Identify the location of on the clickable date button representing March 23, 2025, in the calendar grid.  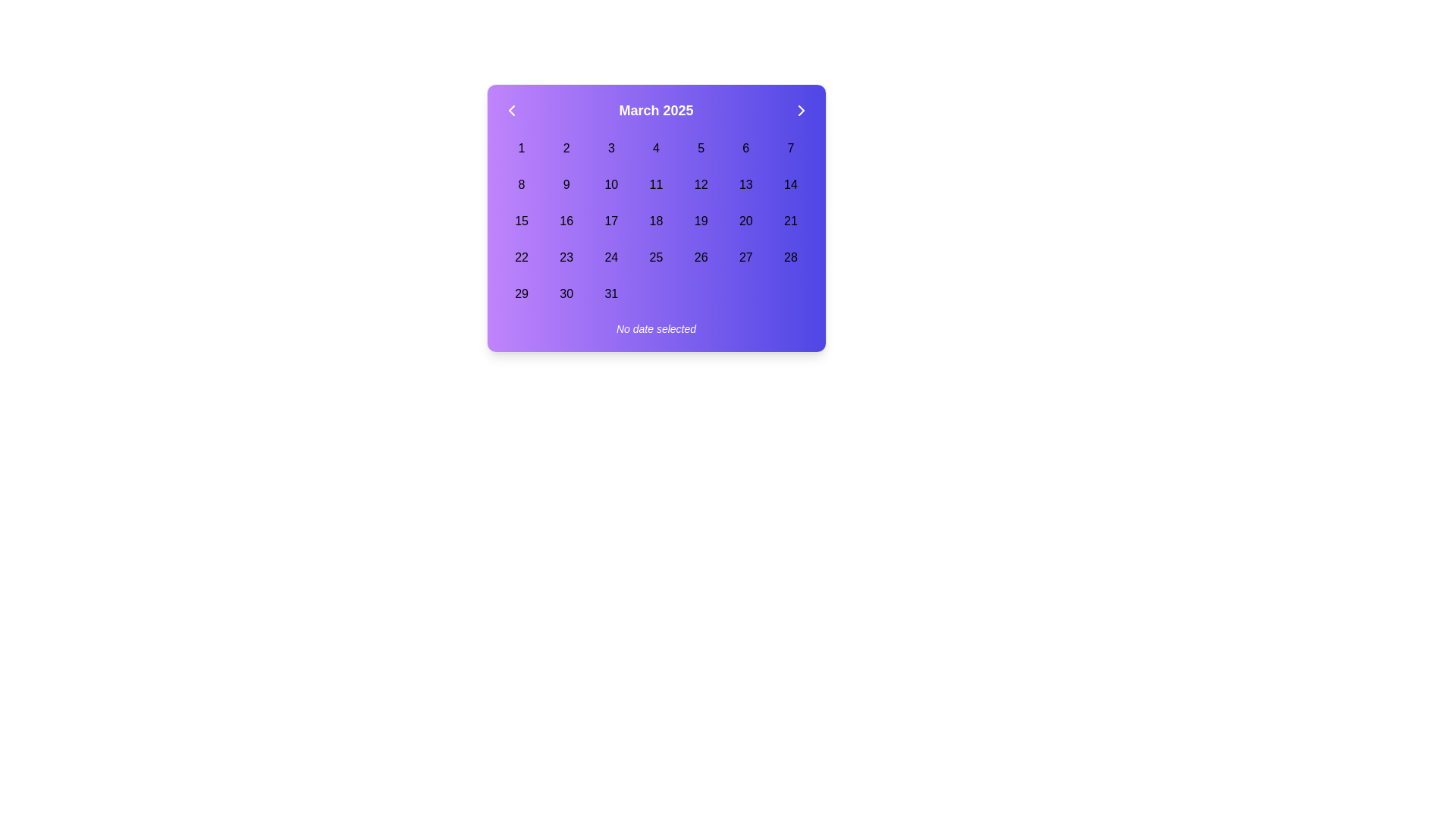
(566, 256).